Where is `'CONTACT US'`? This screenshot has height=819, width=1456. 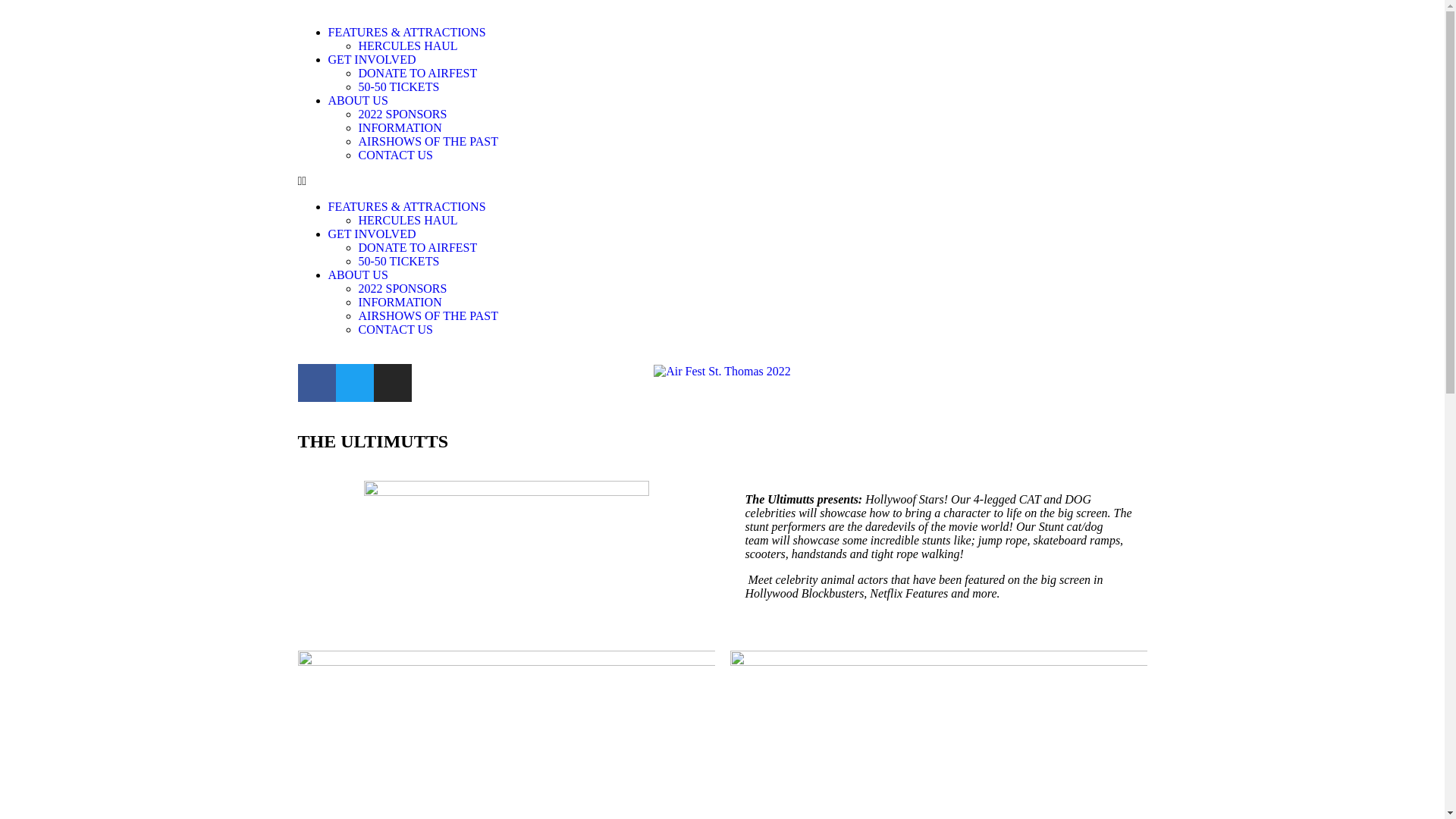 'CONTACT US' is located at coordinates (395, 328).